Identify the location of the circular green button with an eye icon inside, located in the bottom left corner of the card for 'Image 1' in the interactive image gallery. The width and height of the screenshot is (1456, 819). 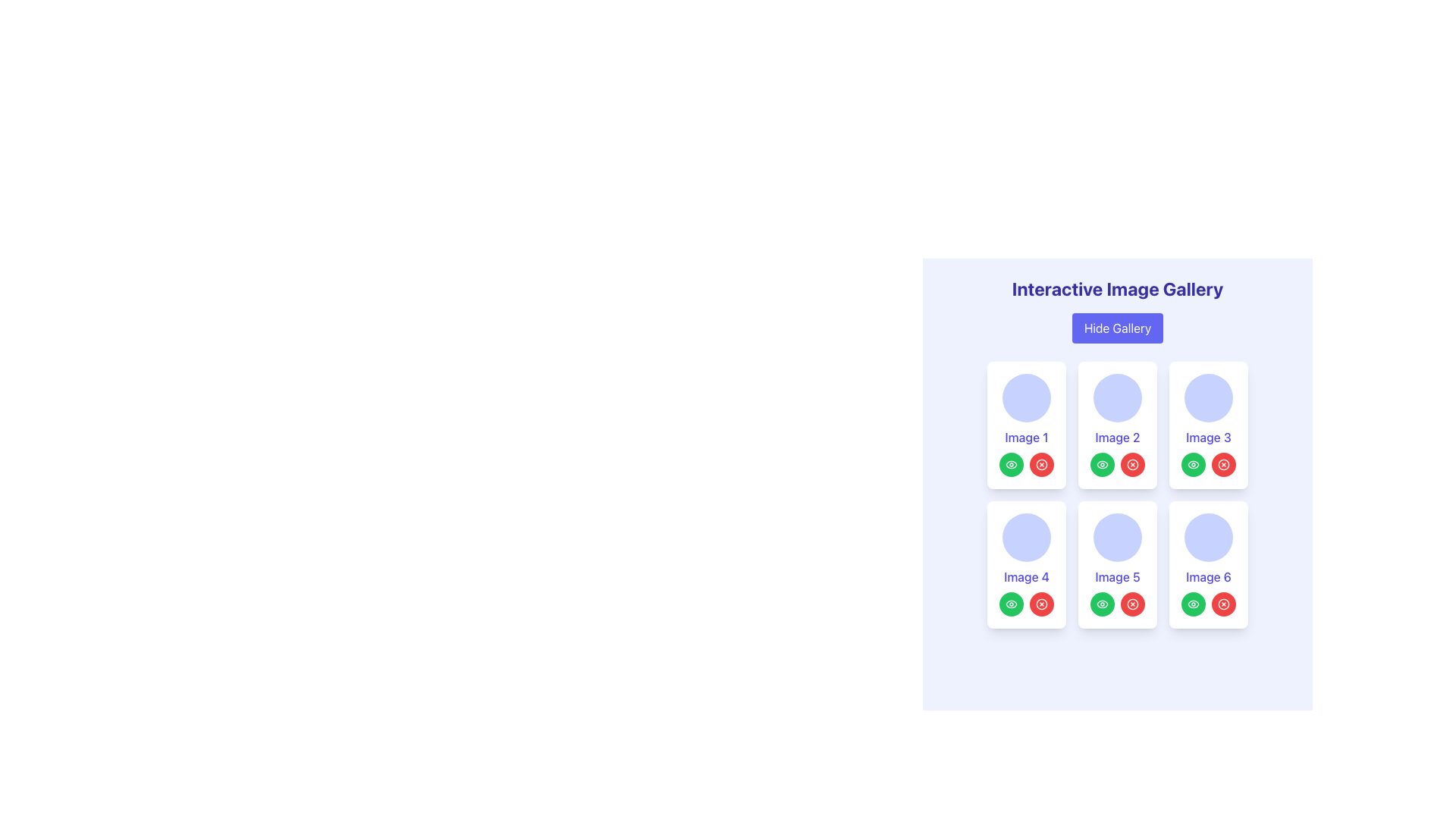
(1012, 464).